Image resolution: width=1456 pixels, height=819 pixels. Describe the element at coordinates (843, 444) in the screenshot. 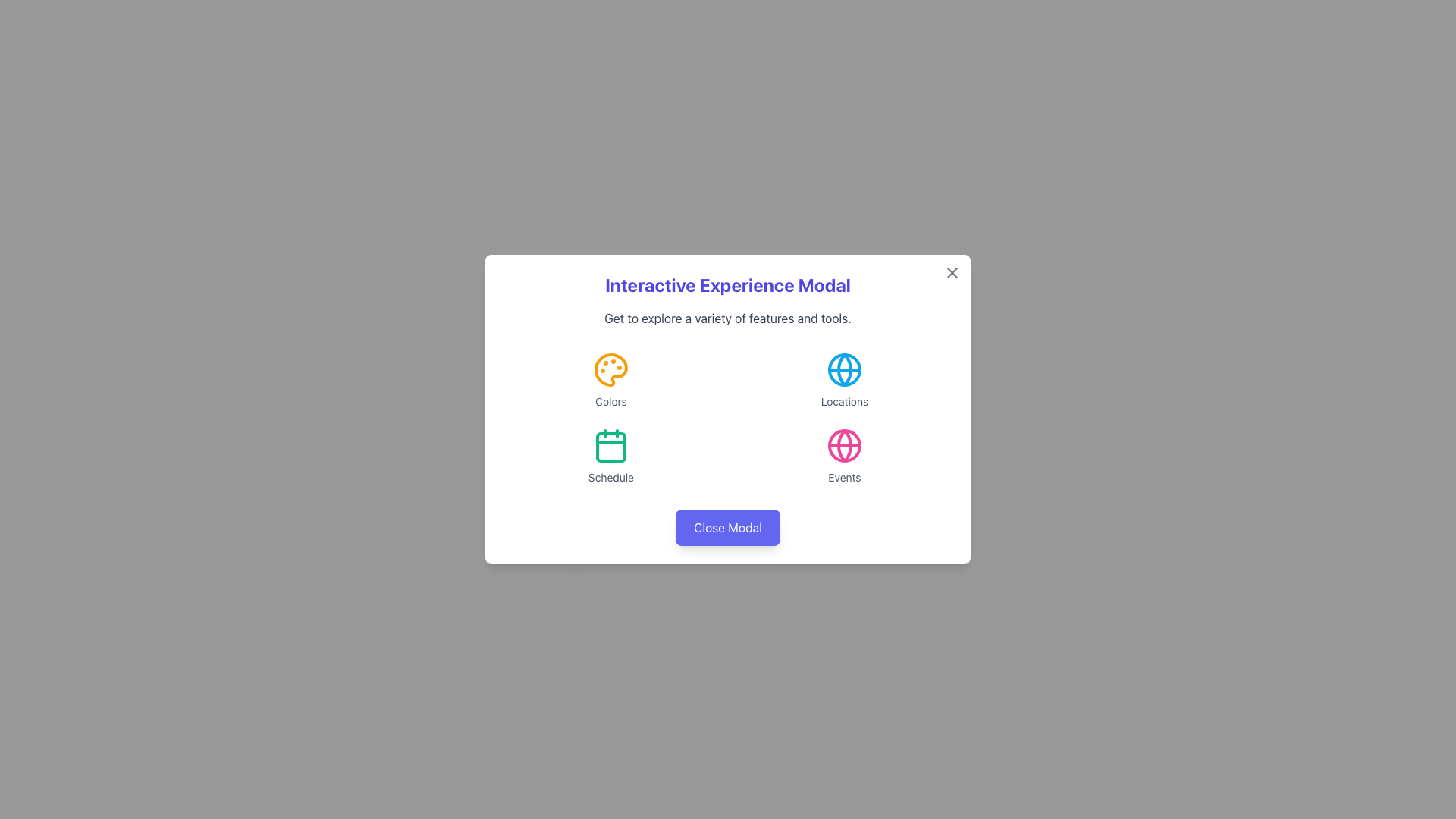

I see `the outer circle of the 'Events' icon, which features a pink globe-like graphic and is located in the bottom-right quadrant of the modal` at that location.